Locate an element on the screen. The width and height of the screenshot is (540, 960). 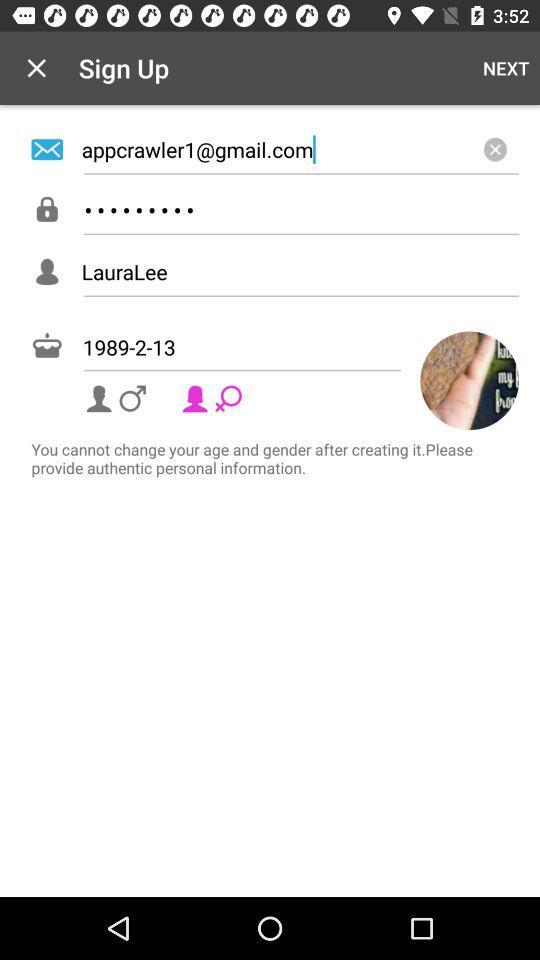
the icon to the right of the sign up icon is located at coordinates (505, 68).